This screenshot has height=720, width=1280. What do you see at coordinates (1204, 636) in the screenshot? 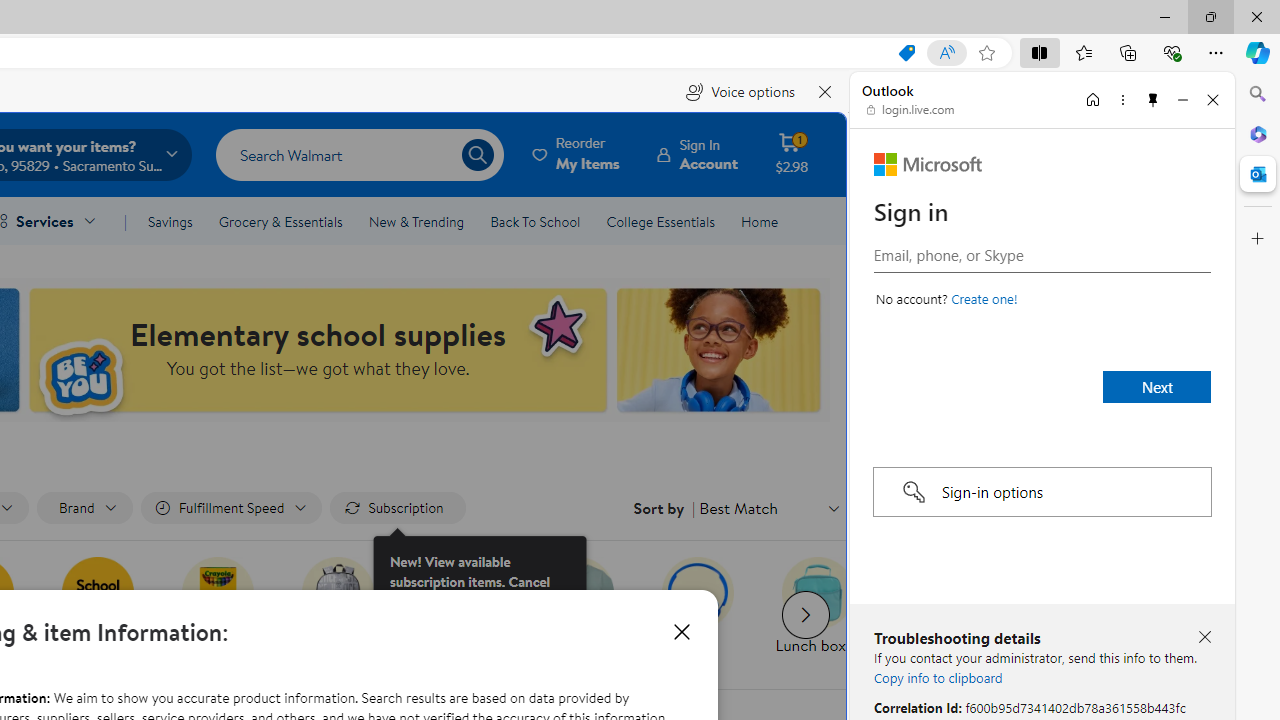
I see `'Close troubleshooting details'` at bounding box center [1204, 636].